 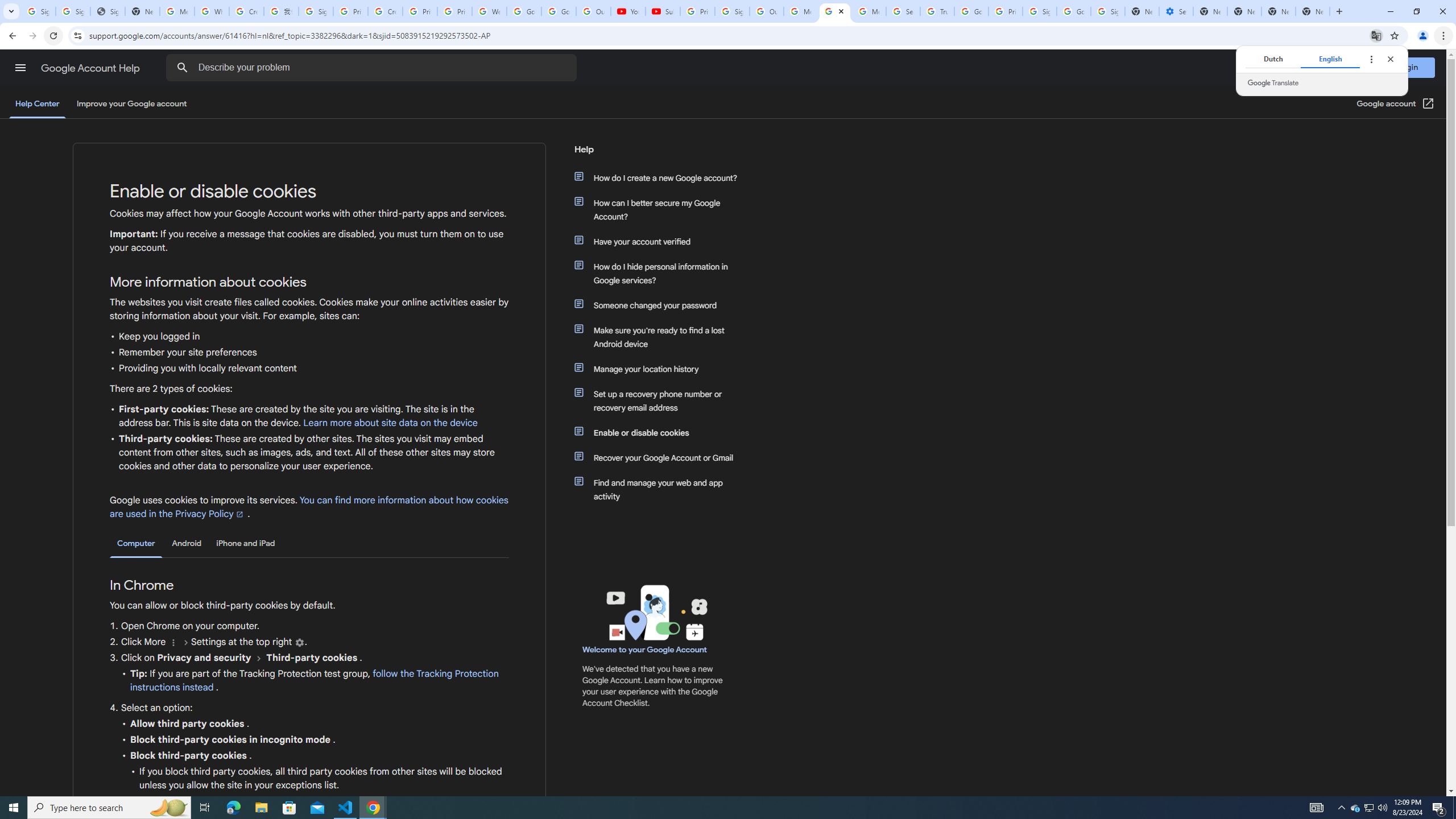 I want to click on 'Google Account Help', so click(x=91, y=68).